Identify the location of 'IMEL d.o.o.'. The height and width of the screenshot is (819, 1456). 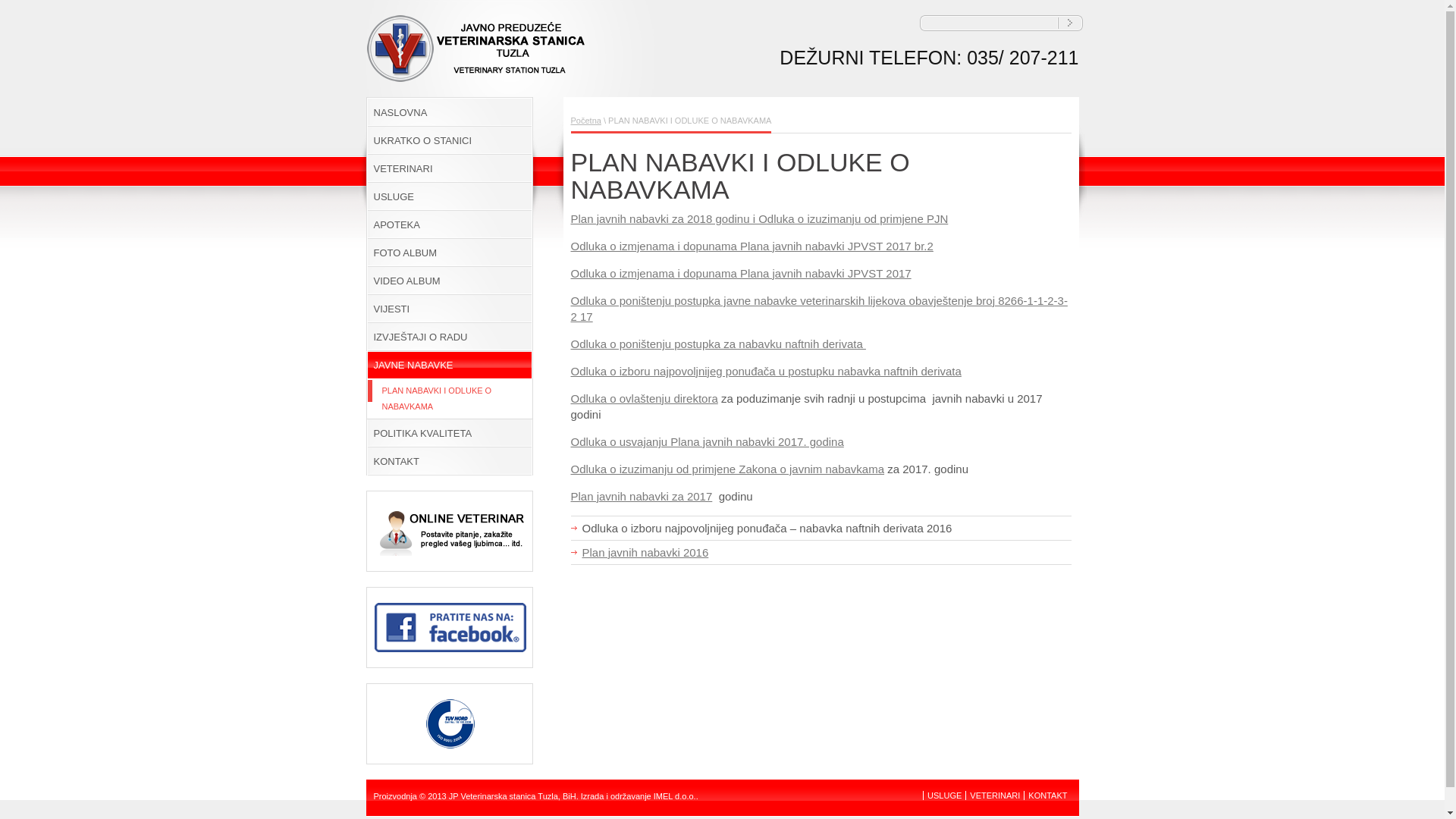
(673, 795).